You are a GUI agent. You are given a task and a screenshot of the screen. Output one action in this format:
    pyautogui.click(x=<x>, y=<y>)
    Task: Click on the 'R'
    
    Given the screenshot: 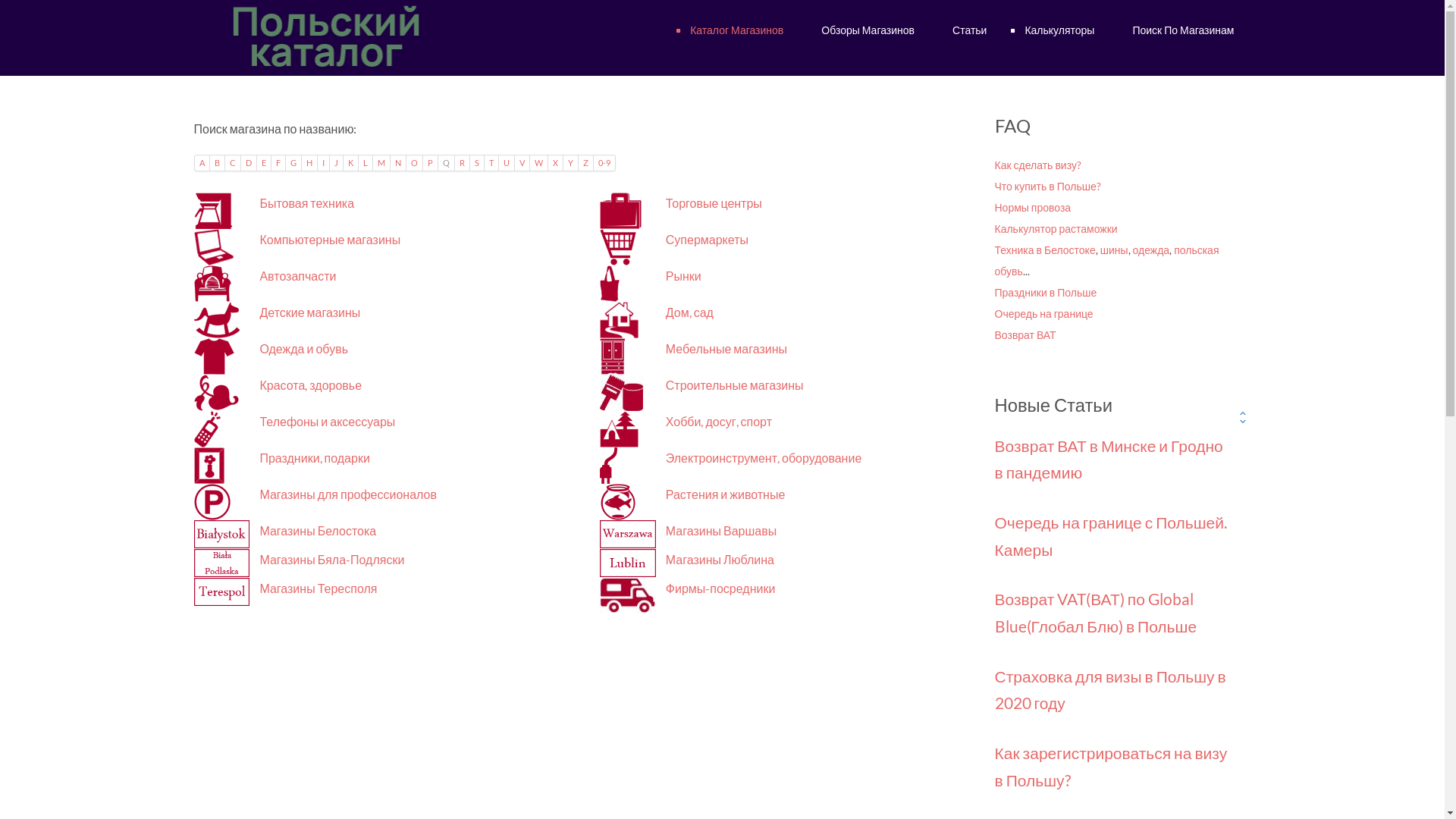 What is the action you would take?
    pyautogui.click(x=454, y=163)
    